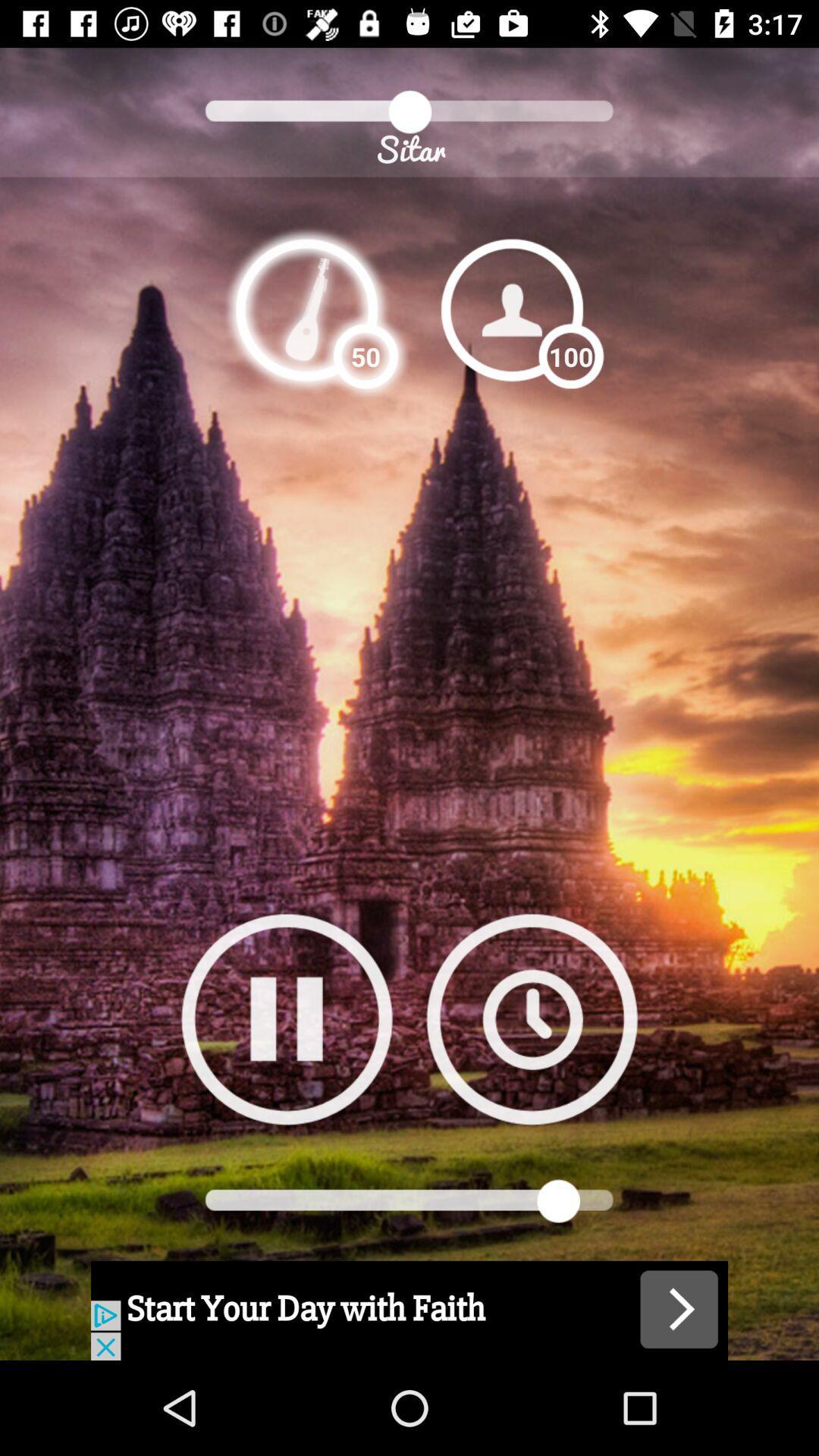 The width and height of the screenshot is (819, 1456). I want to click on clock, so click(531, 1018).